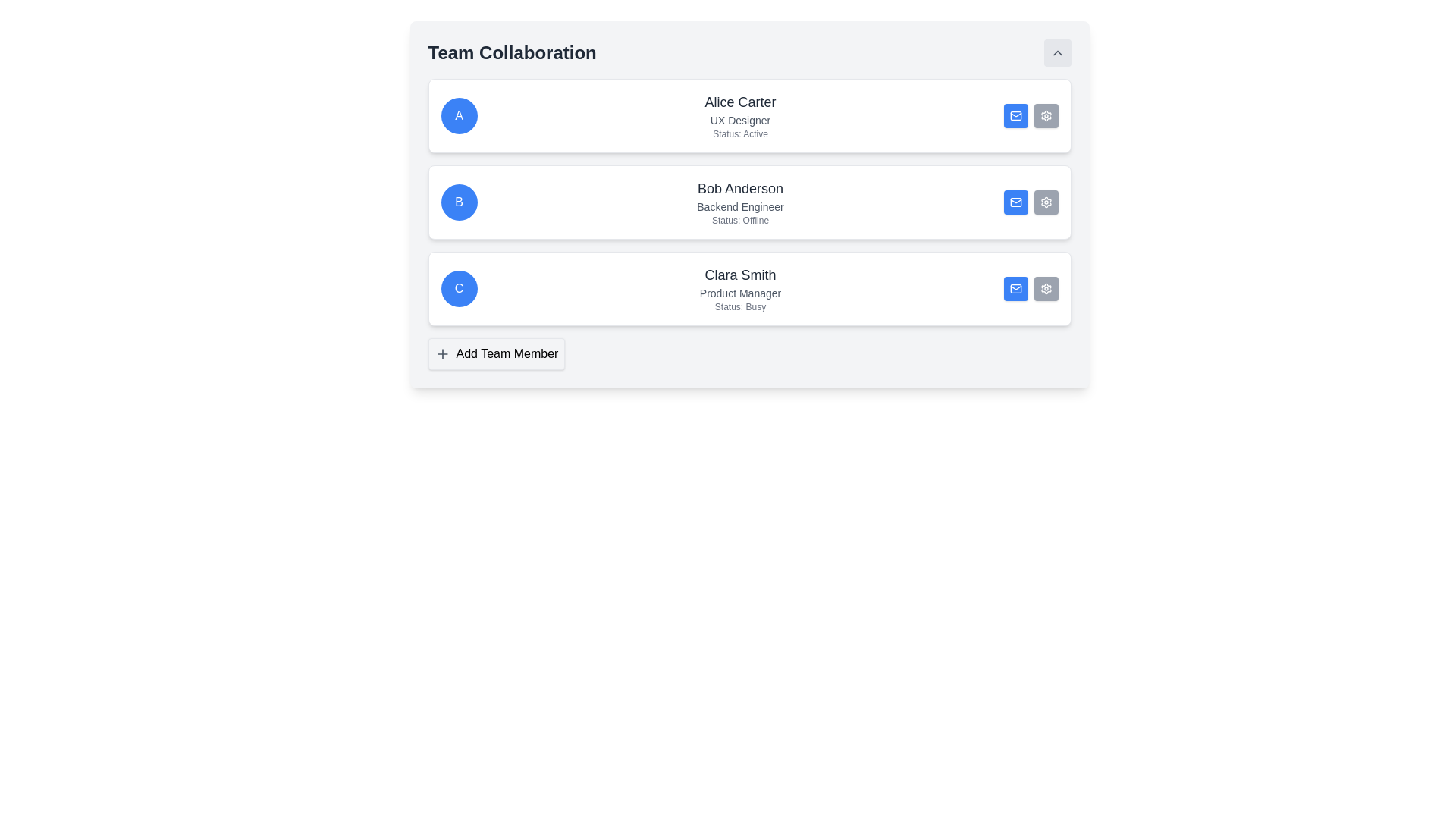  Describe the element at coordinates (740, 102) in the screenshot. I see `the area adjacent to the text label 'Alice Carter', which is positioned in the first row of the 'Team Collaboration' list` at that location.